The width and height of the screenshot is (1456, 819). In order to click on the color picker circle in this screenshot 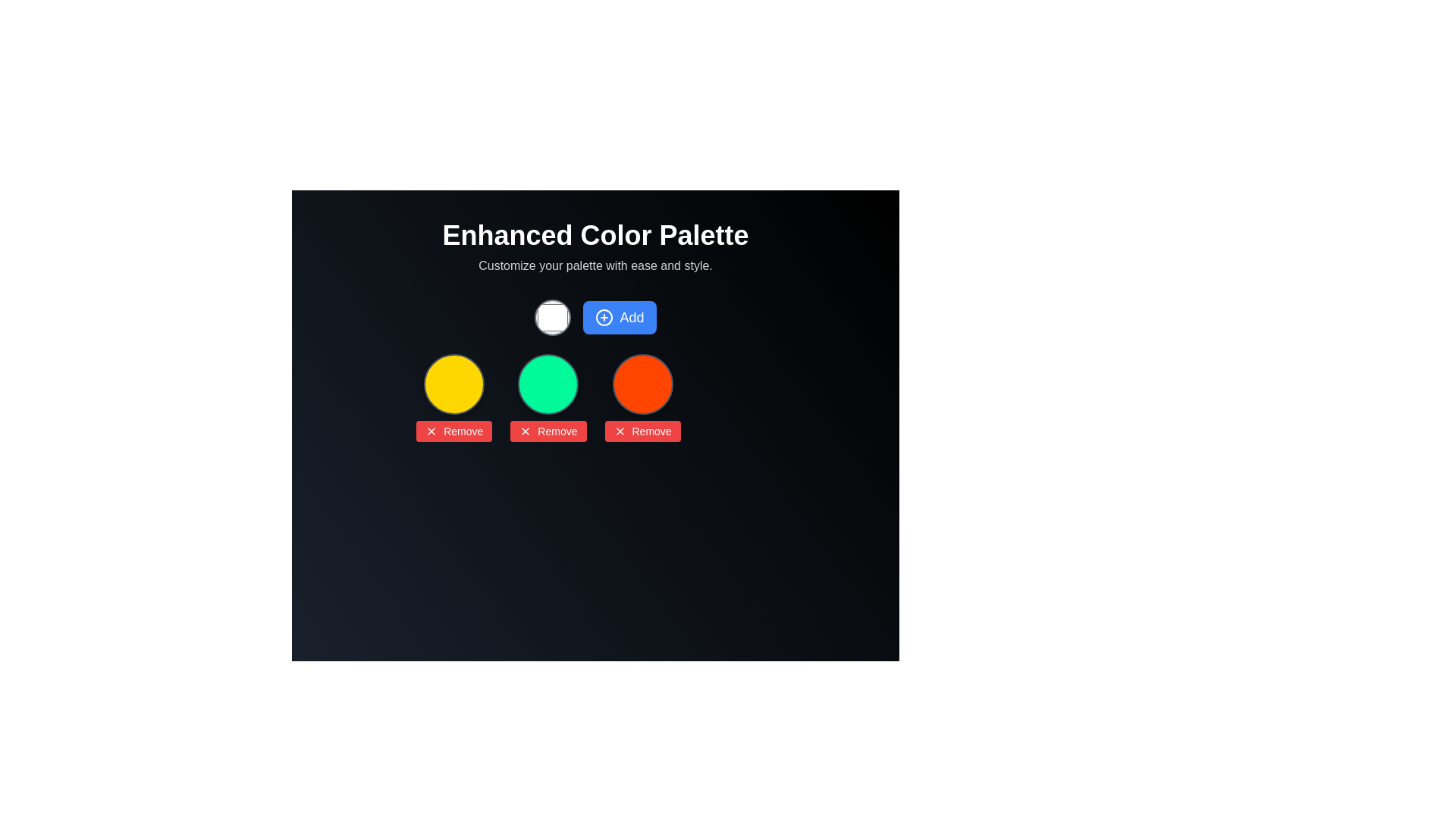, I will do `click(552, 317)`.